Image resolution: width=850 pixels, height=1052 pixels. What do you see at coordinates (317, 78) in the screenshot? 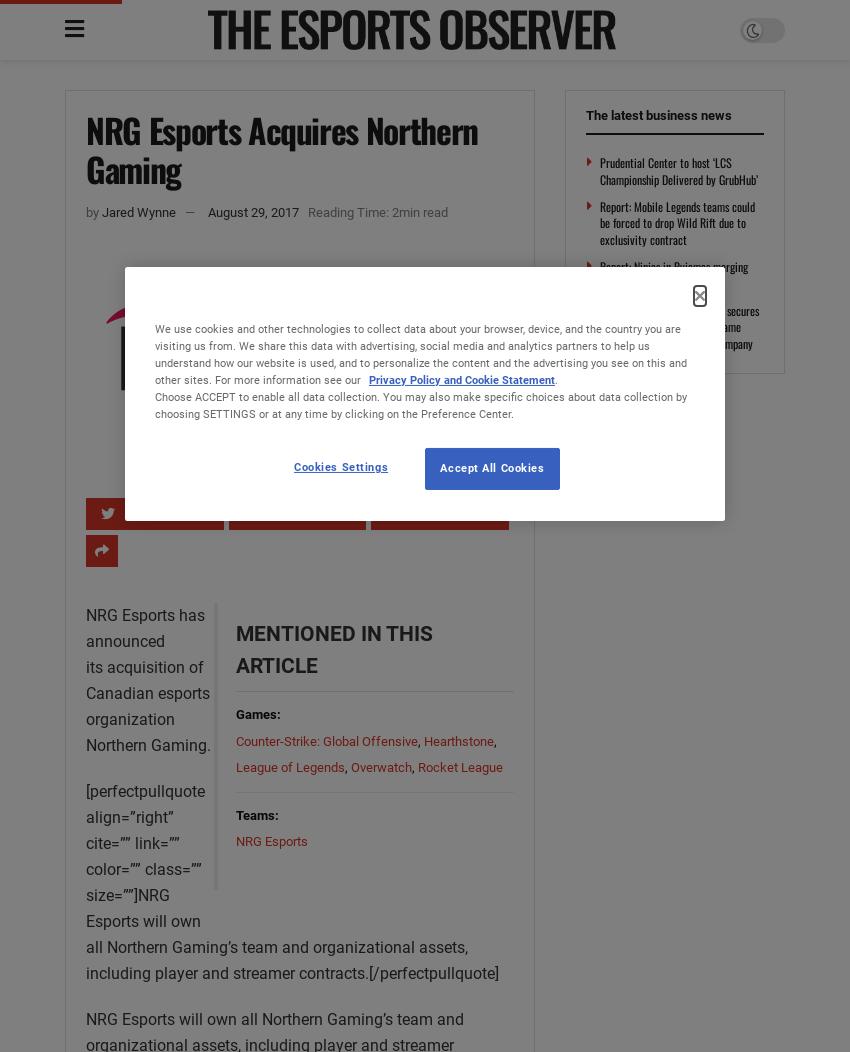
I see `'New account'` at bounding box center [317, 78].